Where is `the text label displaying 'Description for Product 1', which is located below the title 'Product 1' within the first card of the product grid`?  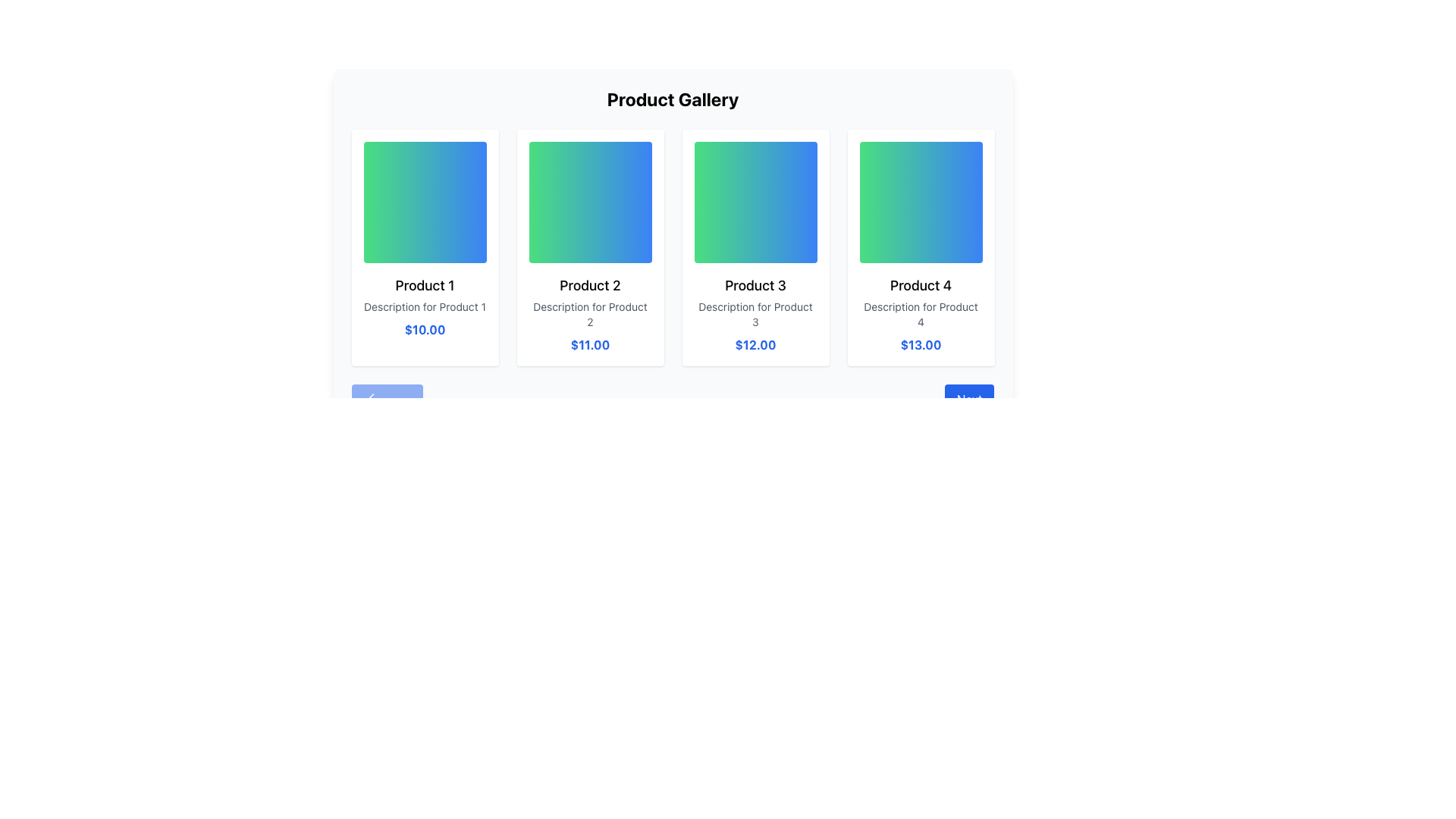 the text label displaying 'Description for Product 1', which is located below the title 'Product 1' within the first card of the product grid is located at coordinates (425, 307).